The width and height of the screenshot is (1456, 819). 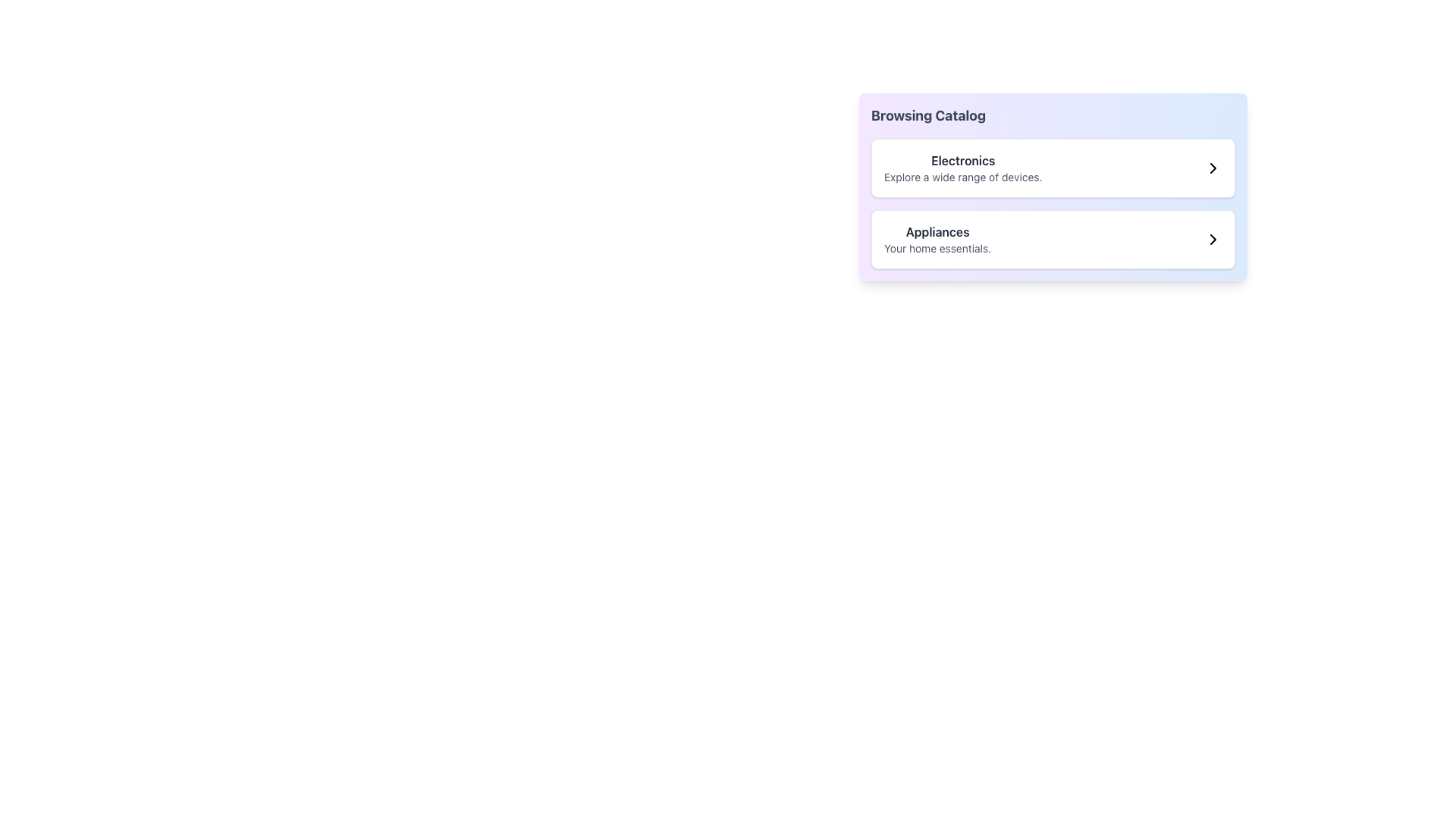 What do you see at coordinates (962, 177) in the screenshot?
I see `the text label displaying 'Explore a wide range of devices.' which is styled in a smaller gray font and positioned below the title 'Electronics'` at bounding box center [962, 177].